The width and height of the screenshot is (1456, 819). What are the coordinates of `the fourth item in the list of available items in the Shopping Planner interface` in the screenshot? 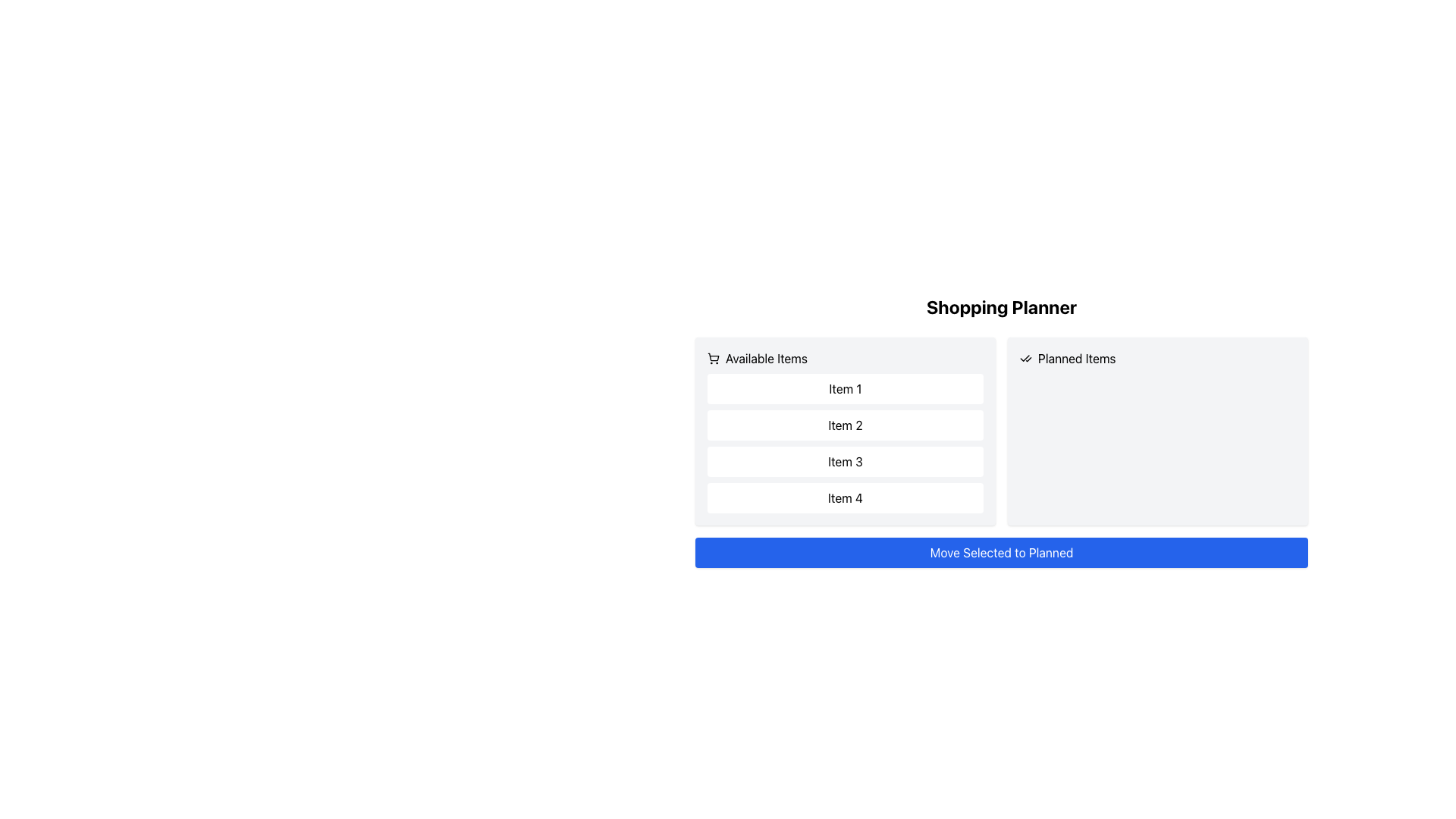 It's located at (844, 497).